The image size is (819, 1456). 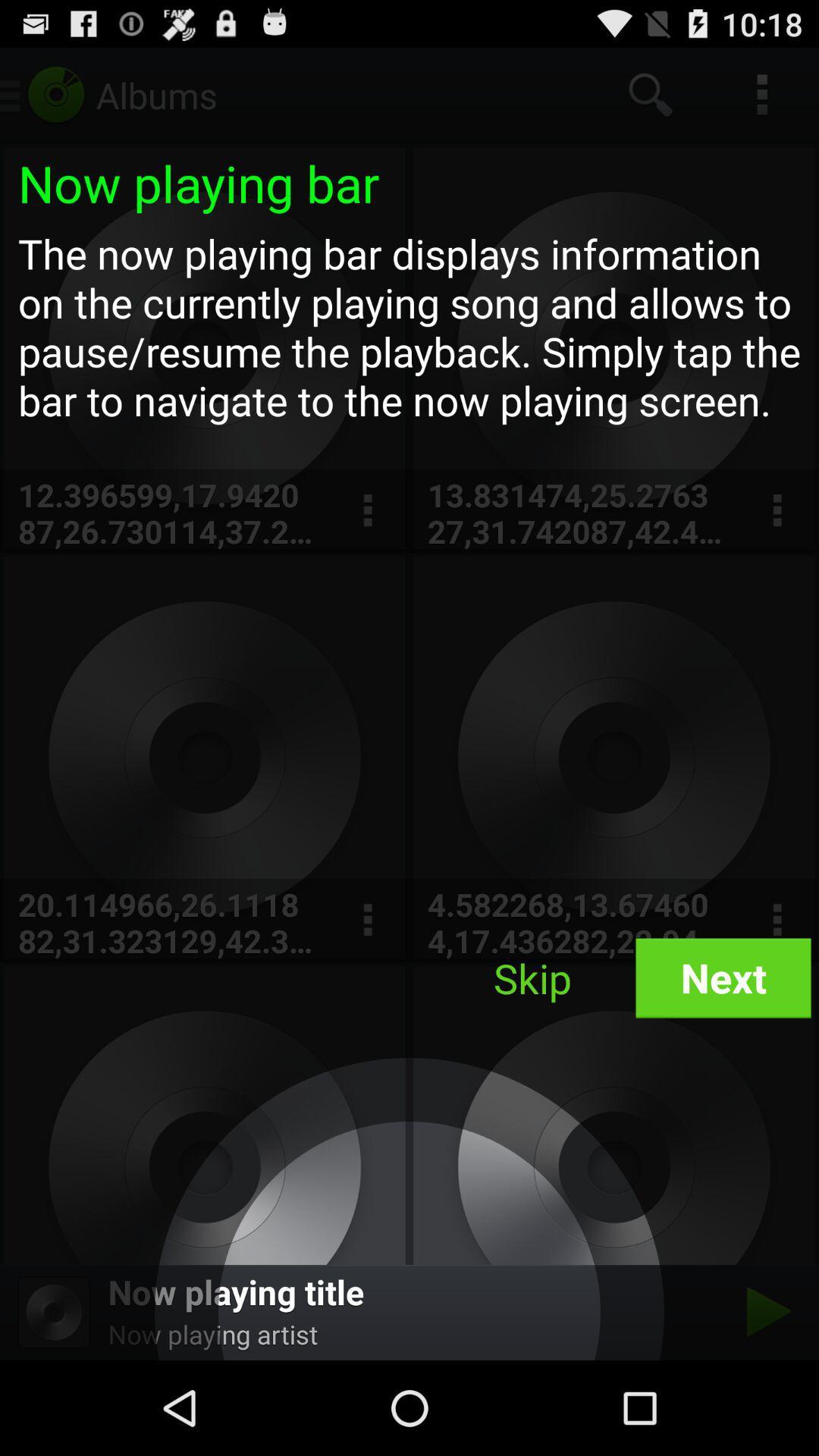 What do you see at coordinates (367, 919) in the screenshot?
I see `click the option` at bounding box center [367, 919].